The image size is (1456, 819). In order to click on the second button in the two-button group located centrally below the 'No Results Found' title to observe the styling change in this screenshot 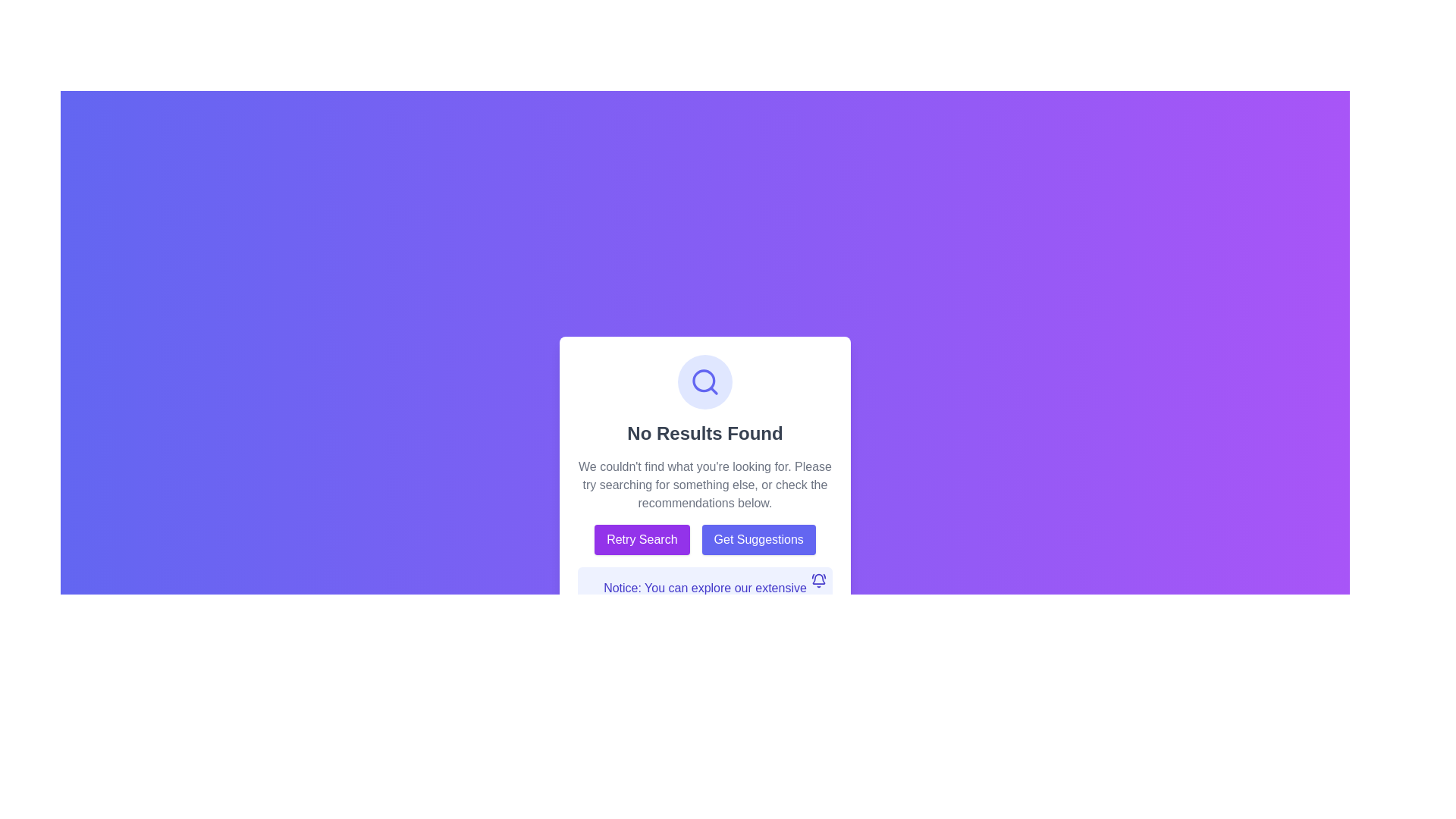, I will do `click(758, 539)`.